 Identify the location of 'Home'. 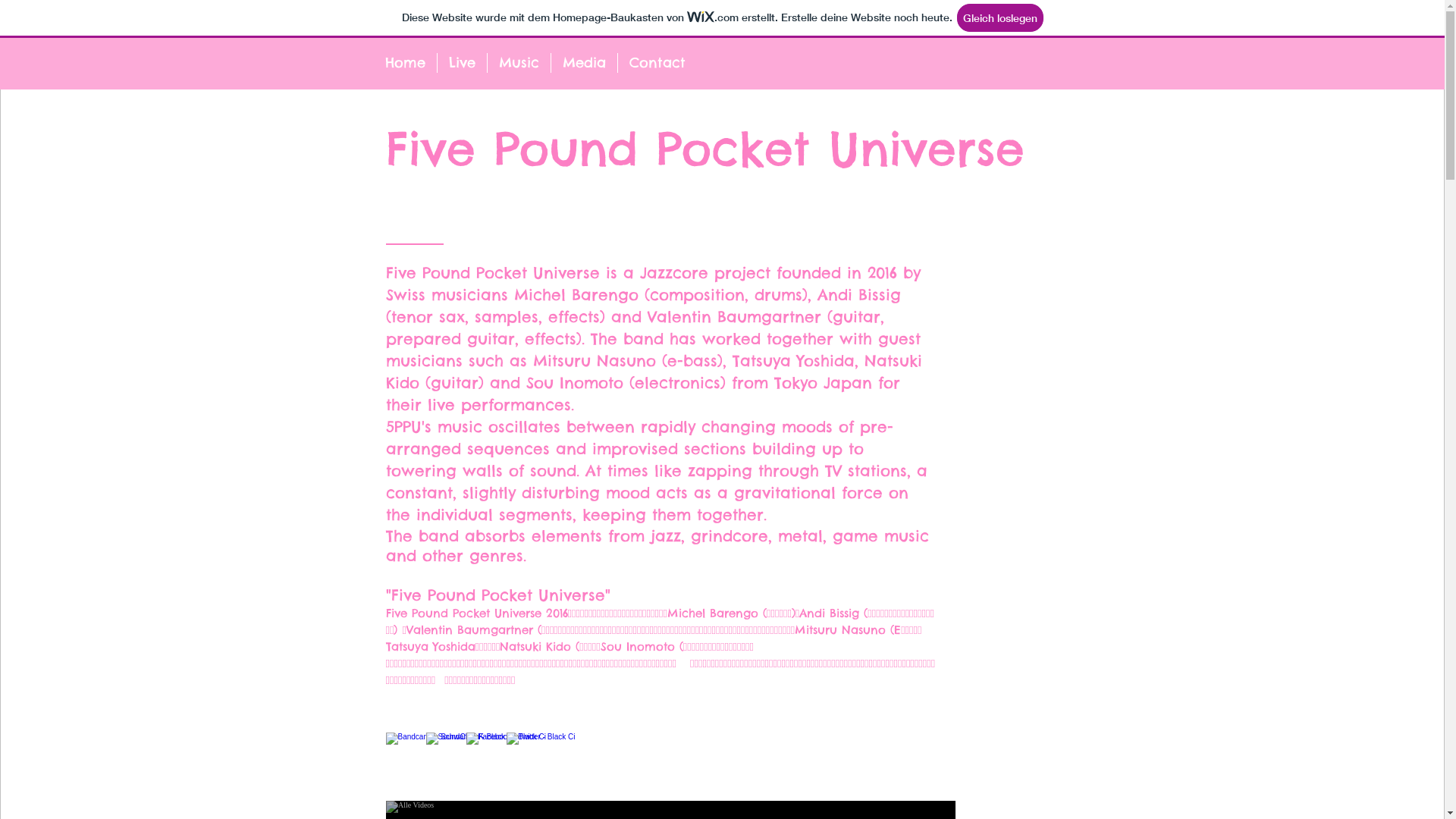
(372, 62).